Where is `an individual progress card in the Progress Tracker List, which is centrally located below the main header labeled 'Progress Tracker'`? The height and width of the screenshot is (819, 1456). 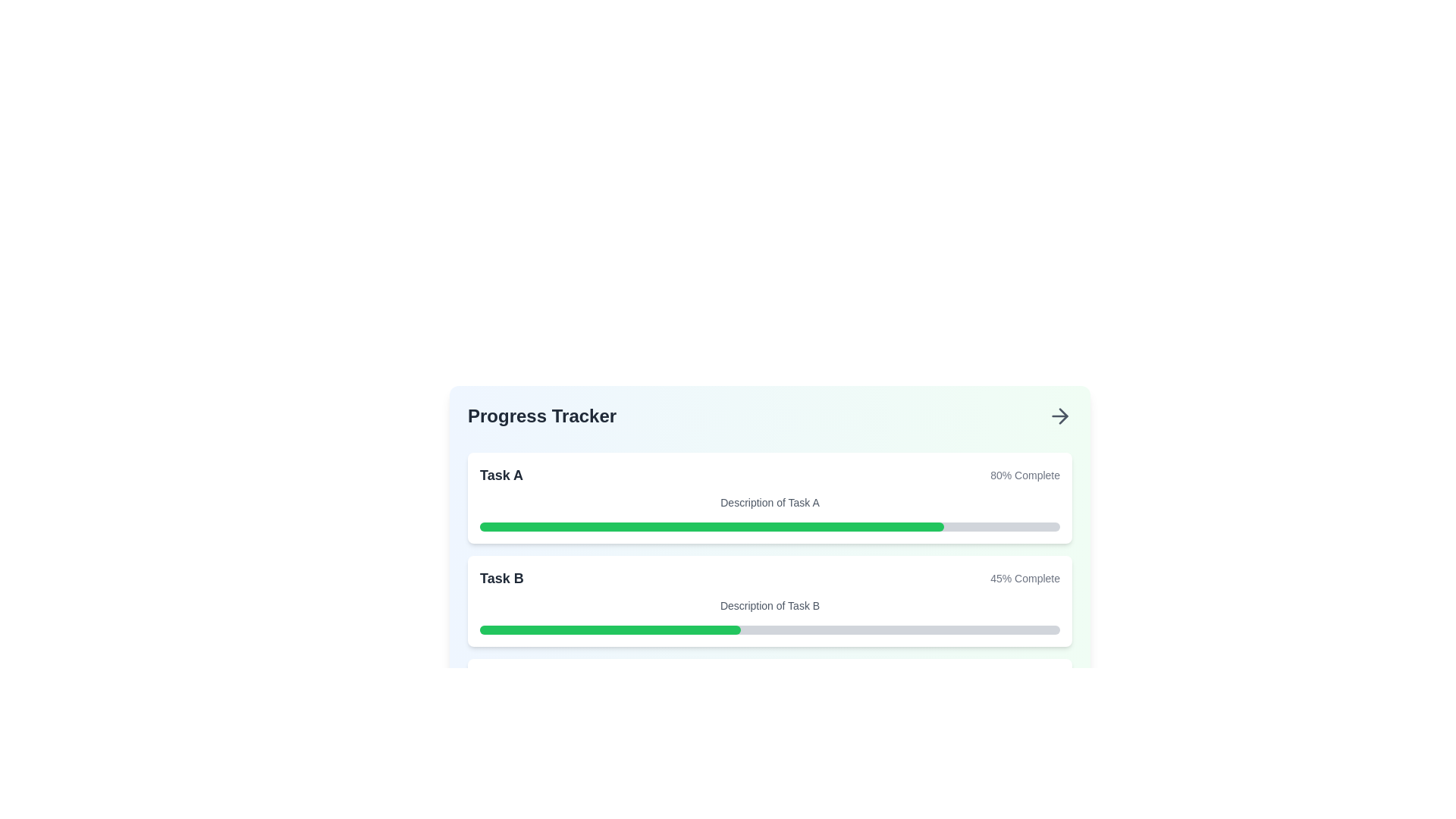
an individual progress card in the Progress Tracker List, which is centrally located below the main header labeled 'Progress Tracker' is located at coordinates (770, 601).